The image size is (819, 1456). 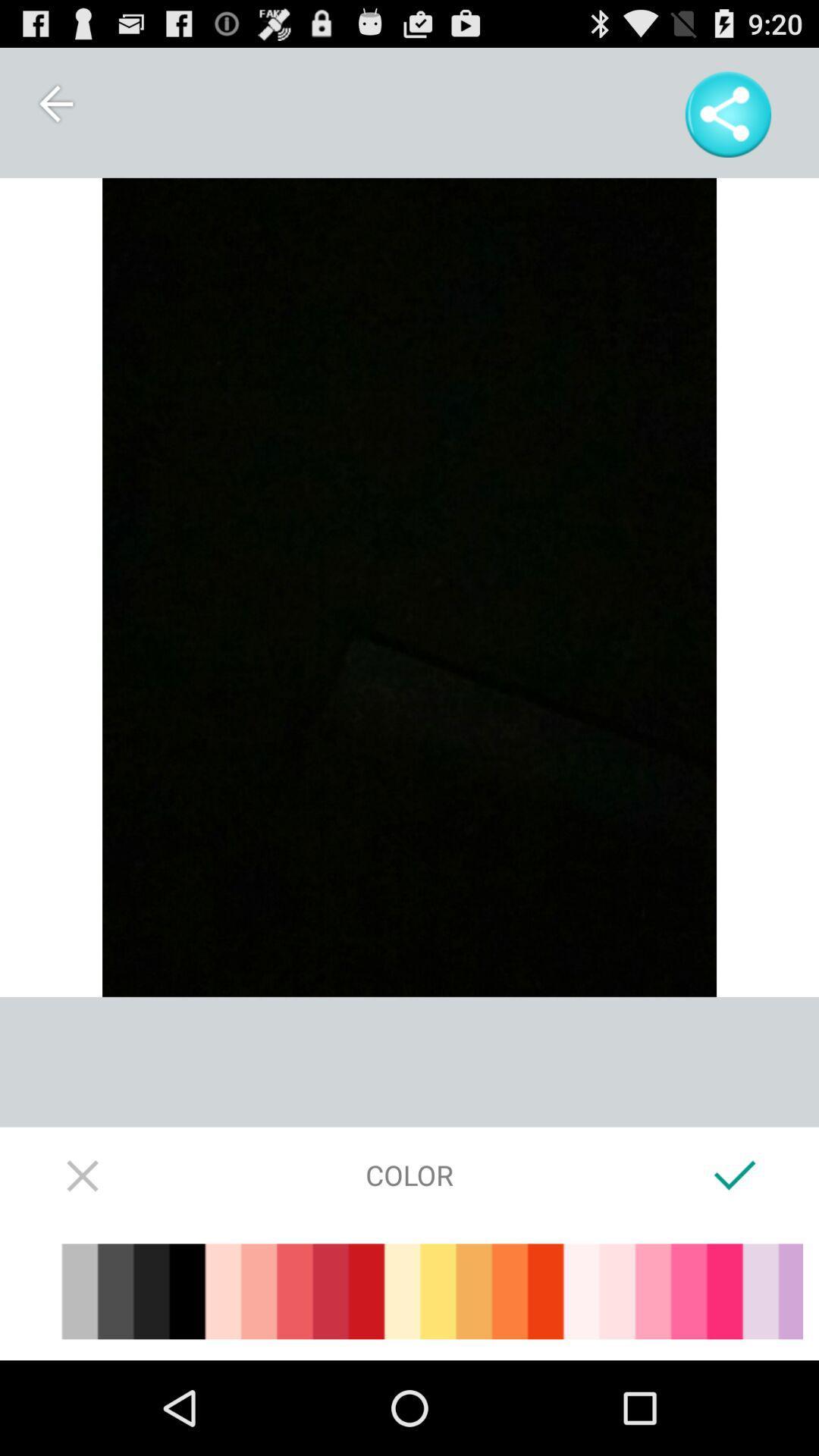 What do you see at coordinates (734, 1174) in the screenshot?
I see `icon to the right of the color item` at bounding box center [734, 1174].